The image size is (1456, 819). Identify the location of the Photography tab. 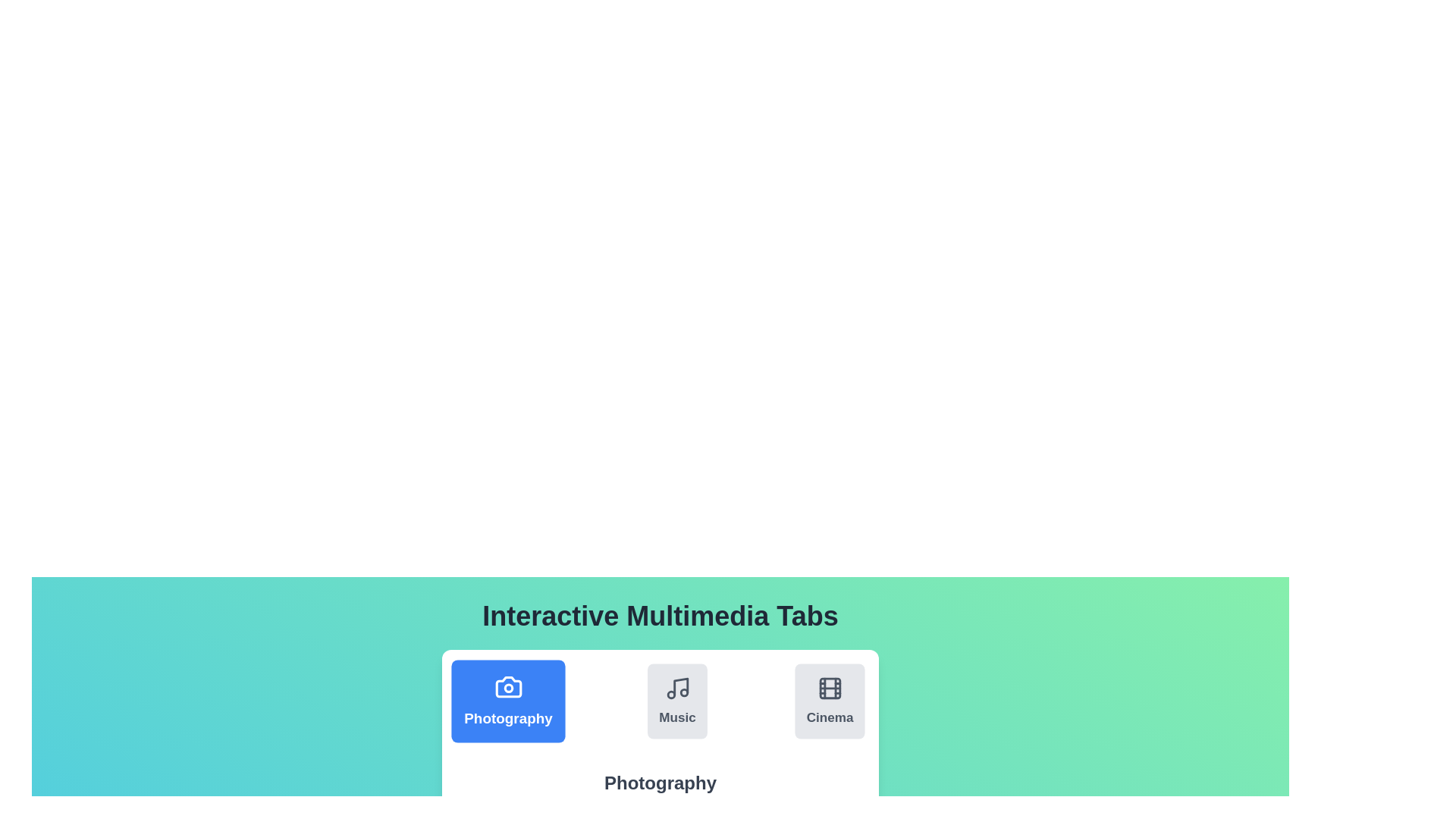
(508, 701).